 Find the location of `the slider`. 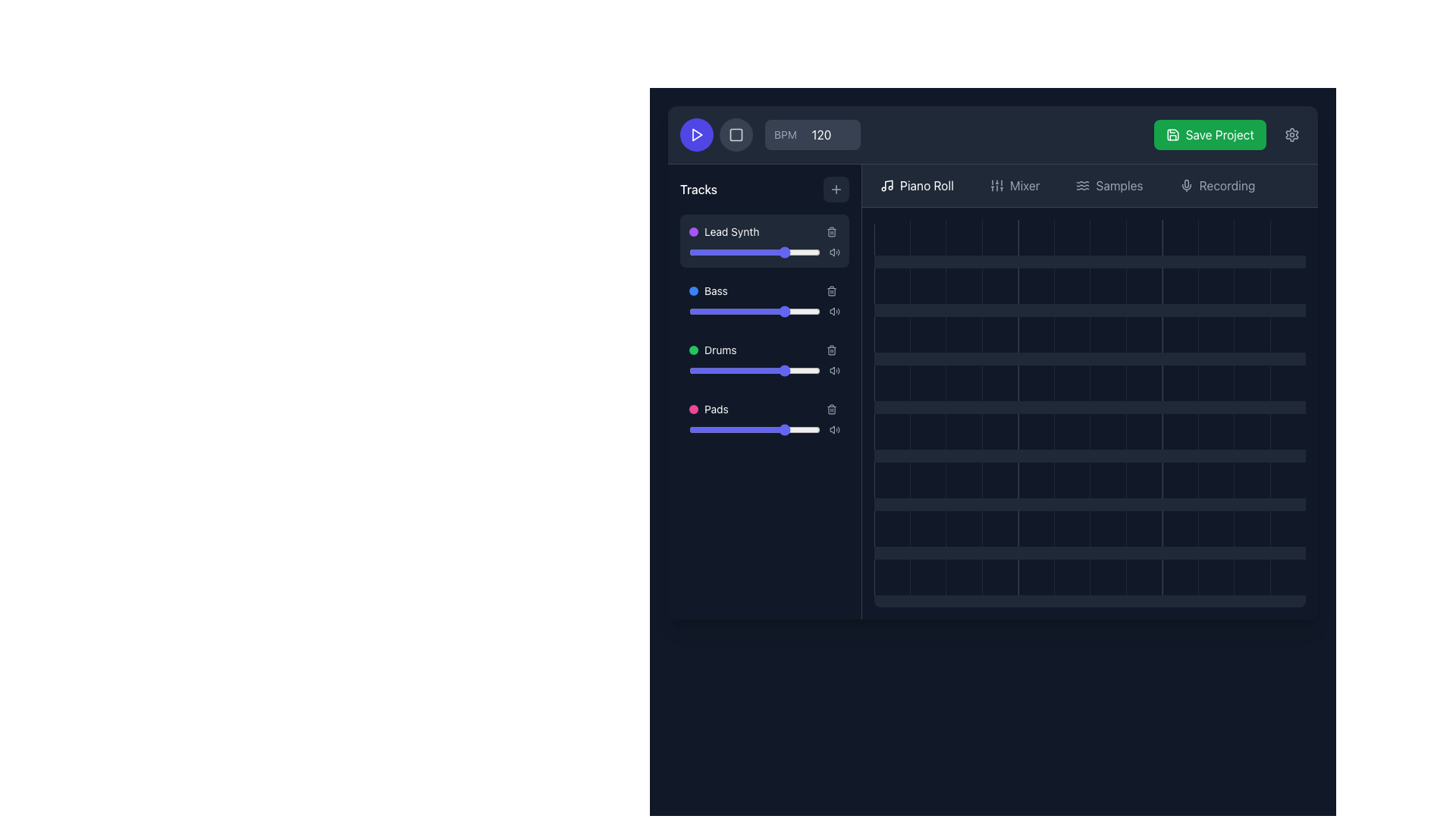

the slider is located at coordinates (733, 371).